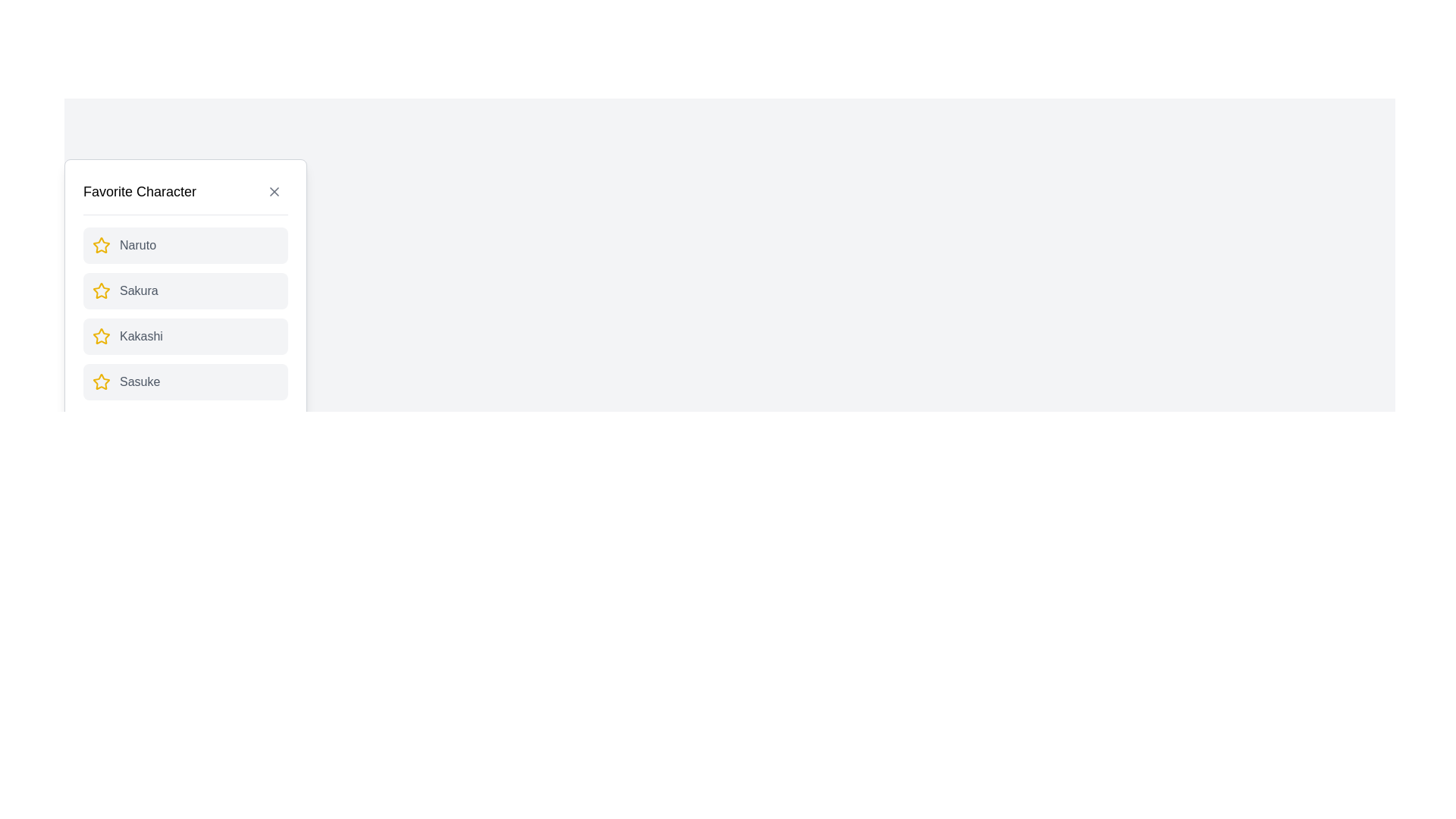  I want to click on to select the second item in the 'Favorite Character' list, positioned below 'Naruto' and above 'Kakashi', so click(184, 291).